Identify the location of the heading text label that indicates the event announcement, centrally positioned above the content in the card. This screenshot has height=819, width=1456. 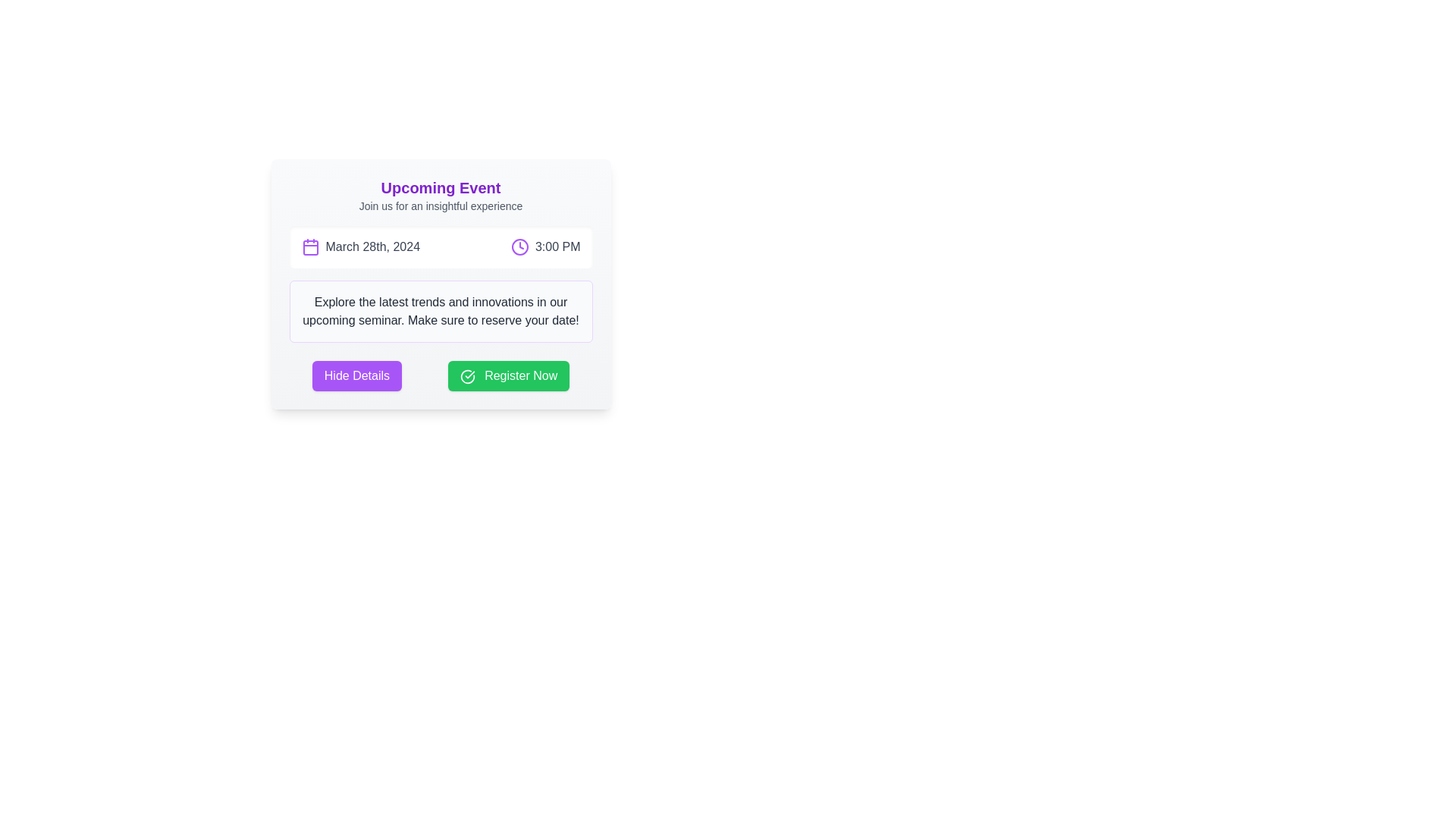
(440, 187).